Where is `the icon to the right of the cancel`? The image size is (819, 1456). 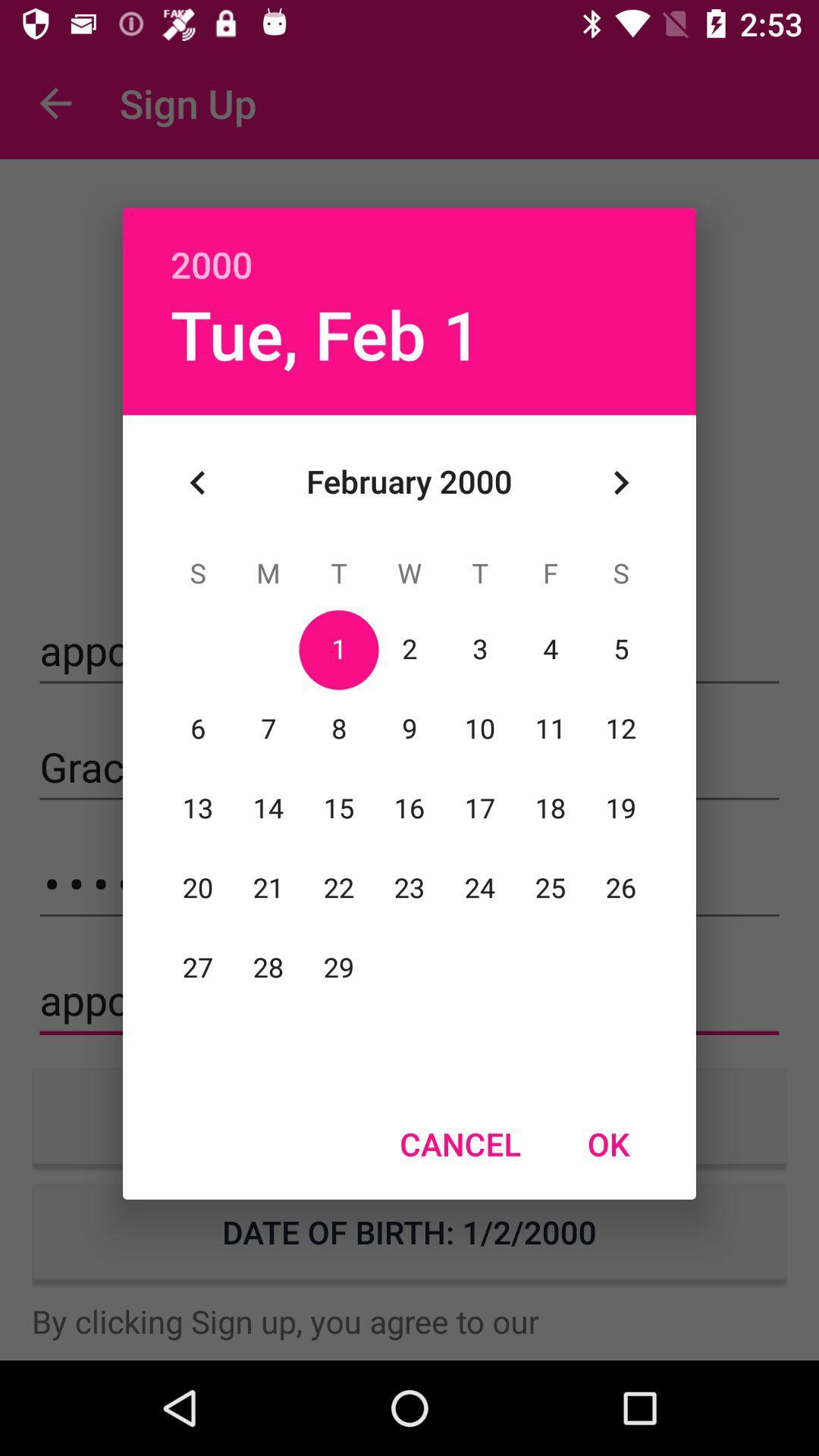
the icon to the right of the cancel is located at coordinates (607, 1144).